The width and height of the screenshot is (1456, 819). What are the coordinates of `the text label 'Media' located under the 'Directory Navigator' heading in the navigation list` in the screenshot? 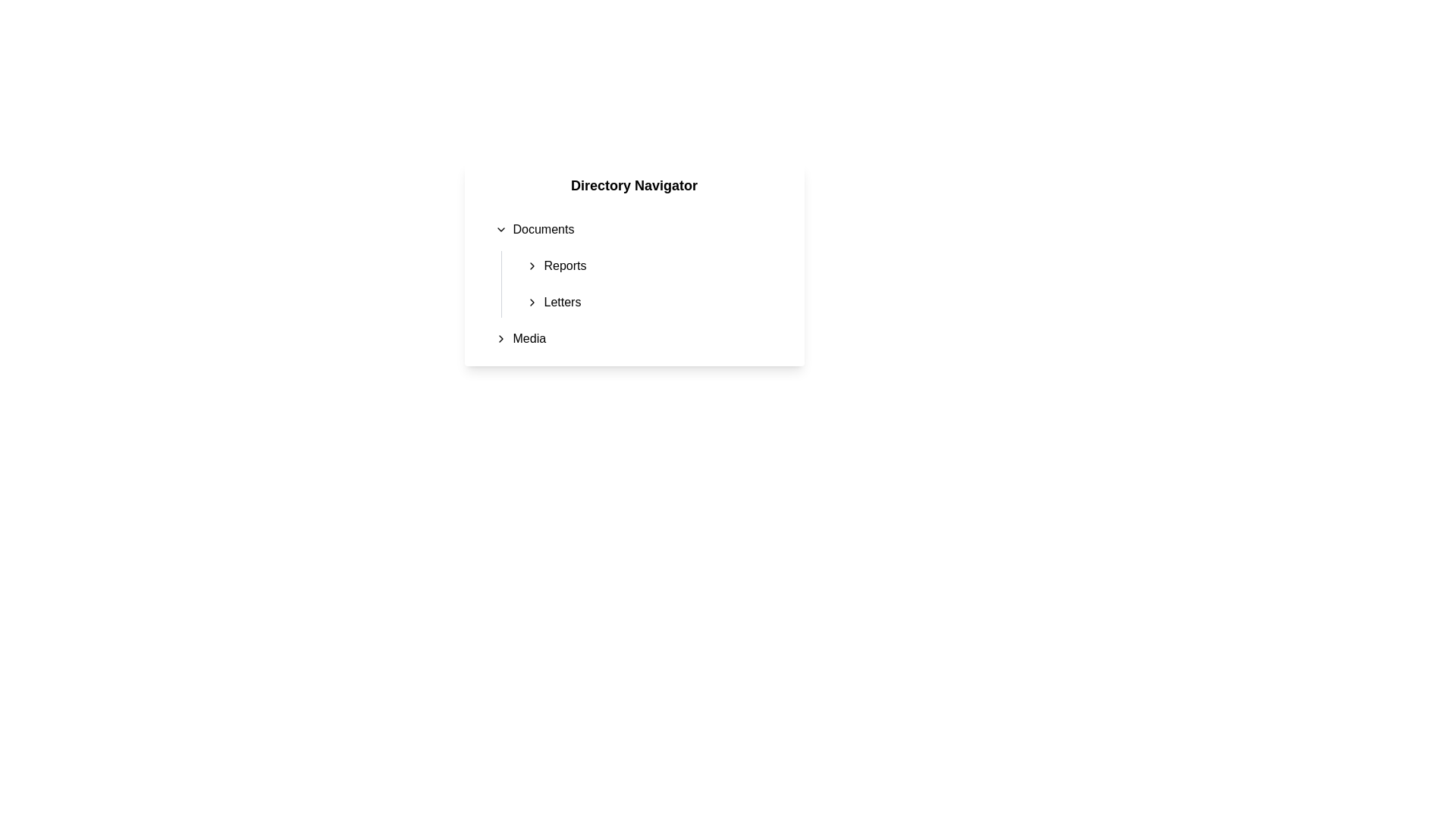 It's located at (529, 338).